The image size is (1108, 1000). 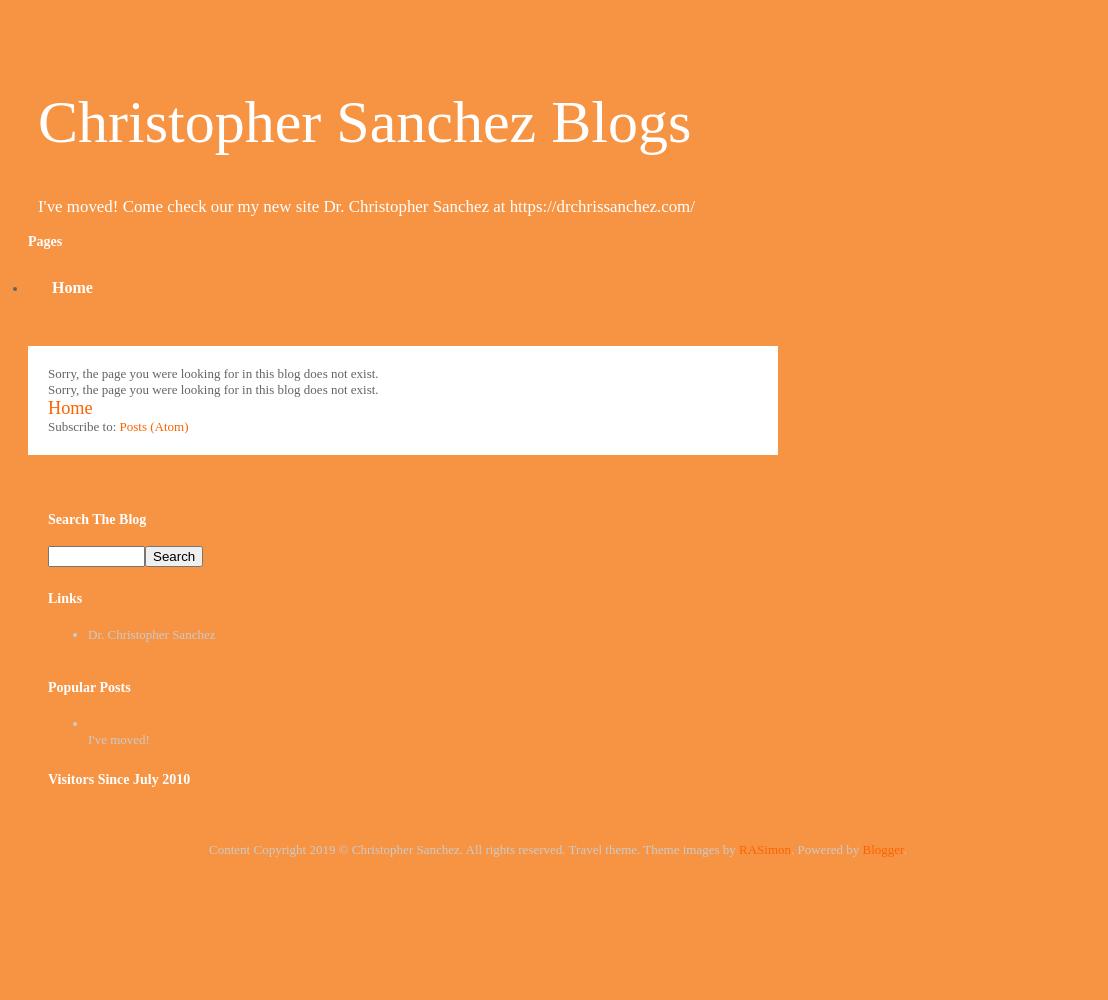 What do you see at coordinates (150, 634) in the screenshot?
I see `'Dr. Christopher Sanchez'` at bounding box center [150, 634].